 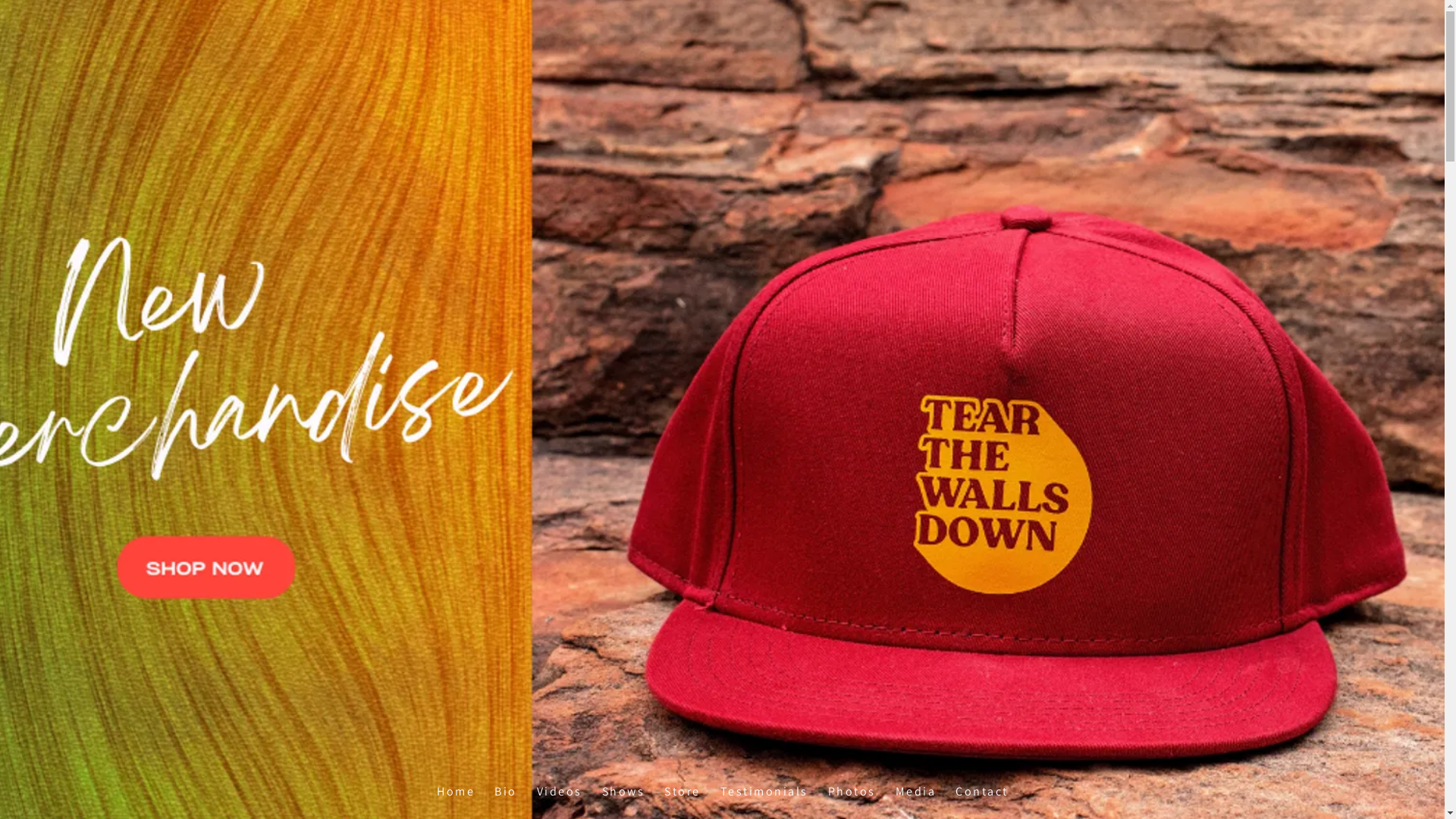 I want to click on 'Photos', so click(x=851, y=790).